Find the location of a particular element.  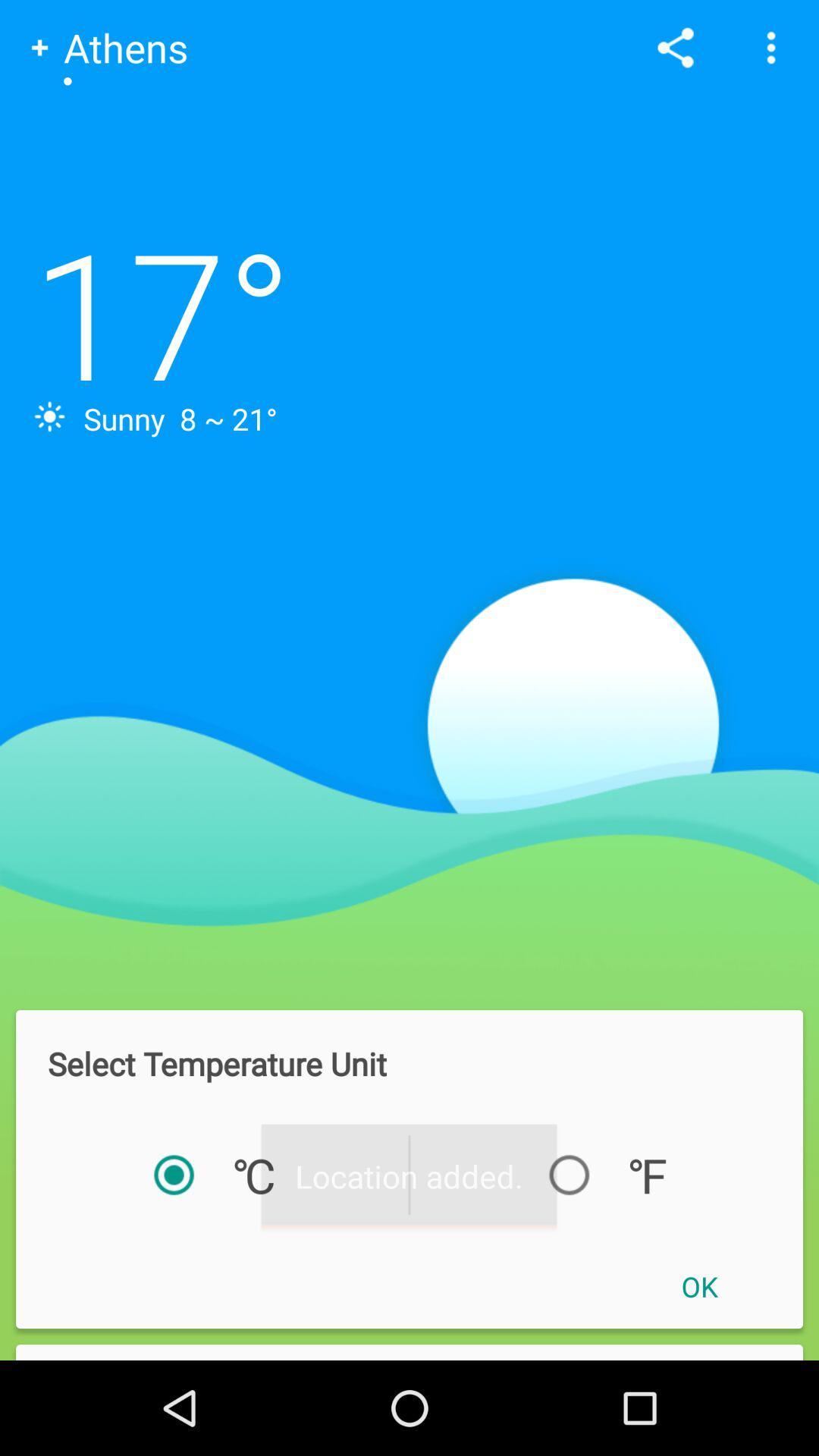

improper tagging is located at coordinates (409, 1352).